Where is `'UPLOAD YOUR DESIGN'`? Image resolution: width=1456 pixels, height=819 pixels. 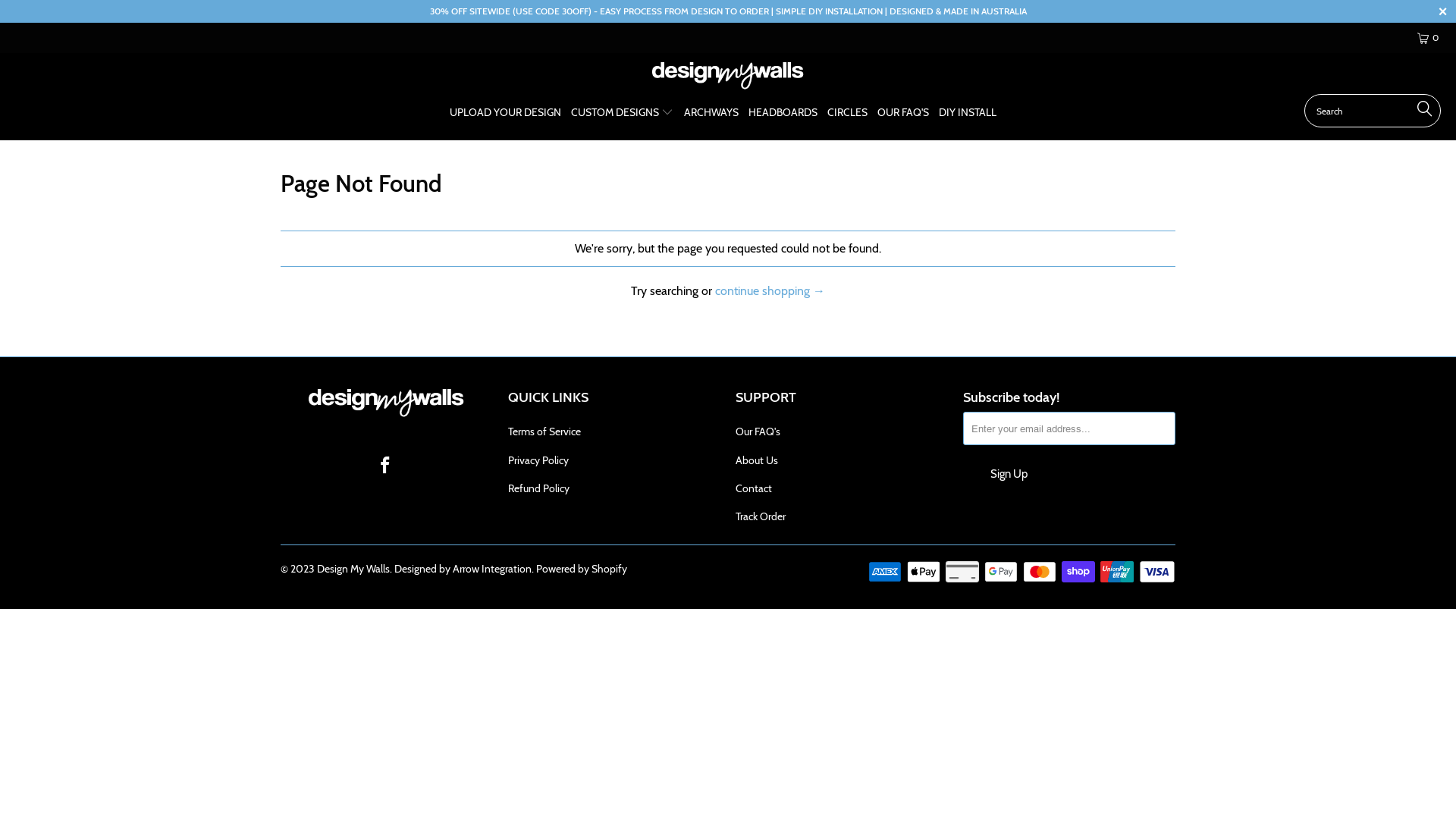 'UPLOAD YOUR DESIGN' is located at coordinates (449, 112).